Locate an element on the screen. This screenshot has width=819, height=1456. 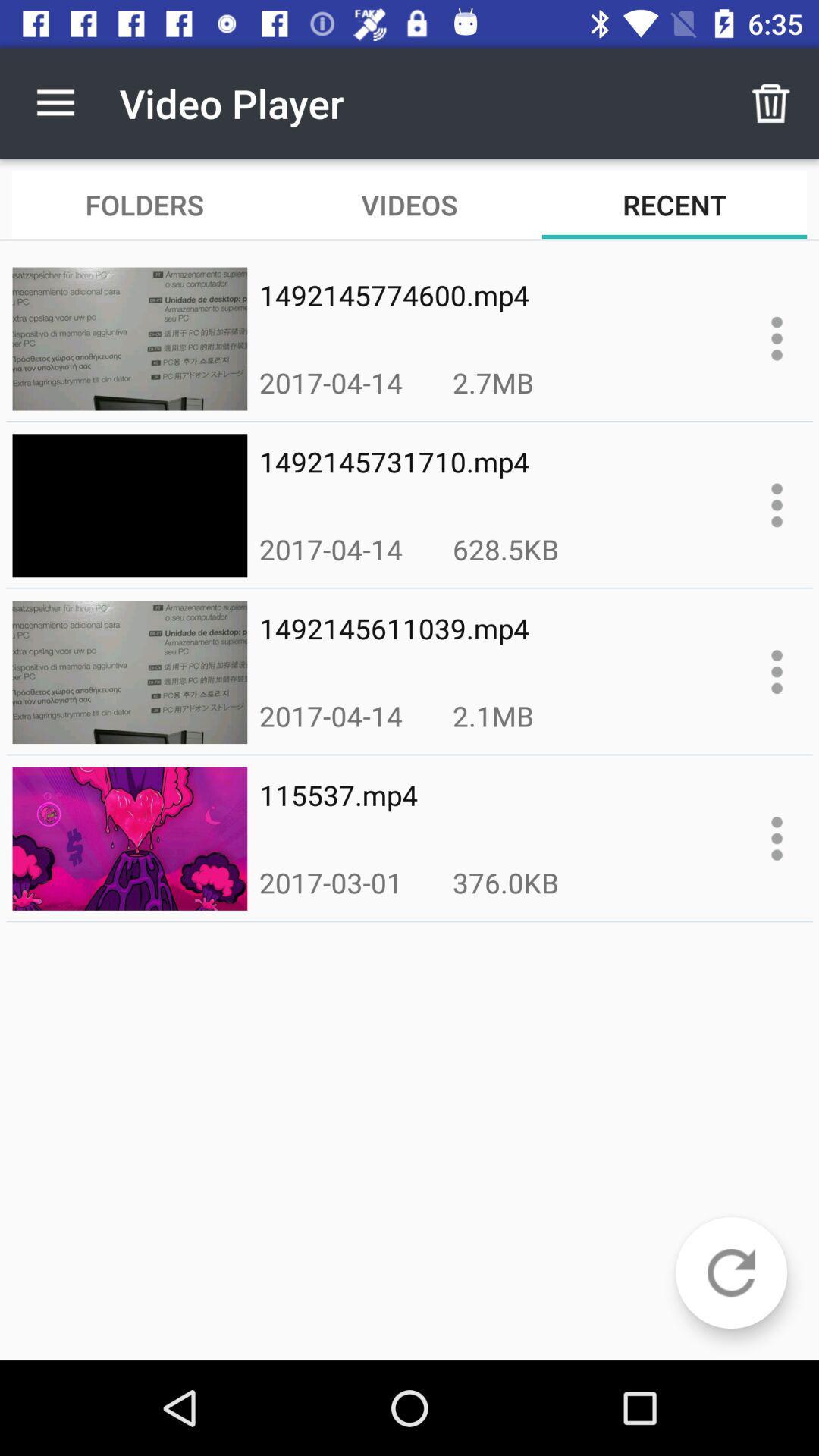
more is located at coordinates (777, 337).